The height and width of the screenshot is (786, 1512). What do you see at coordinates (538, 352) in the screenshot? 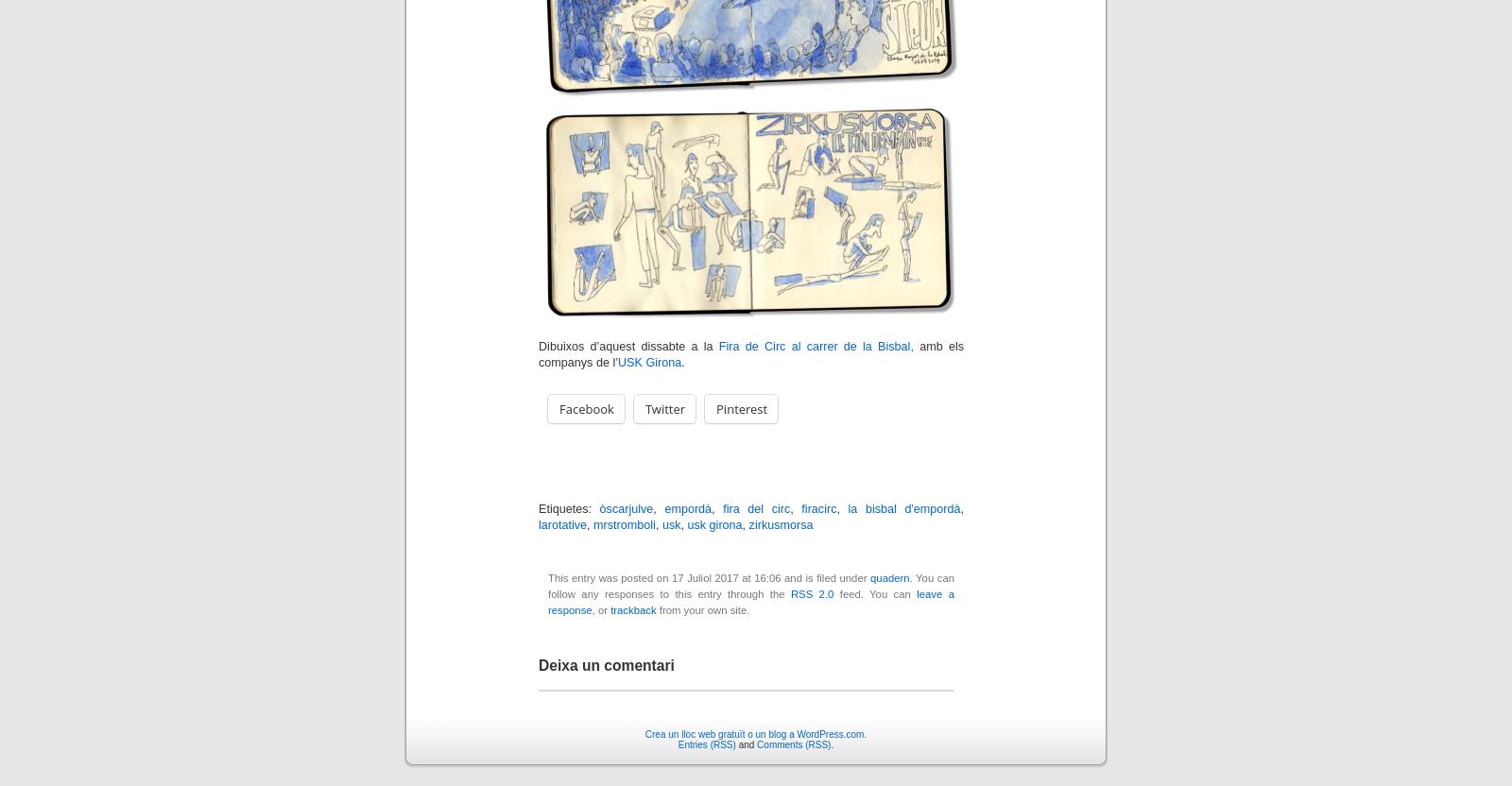
I see `'amb els companys de l’'` at bounding box center [538, 352].